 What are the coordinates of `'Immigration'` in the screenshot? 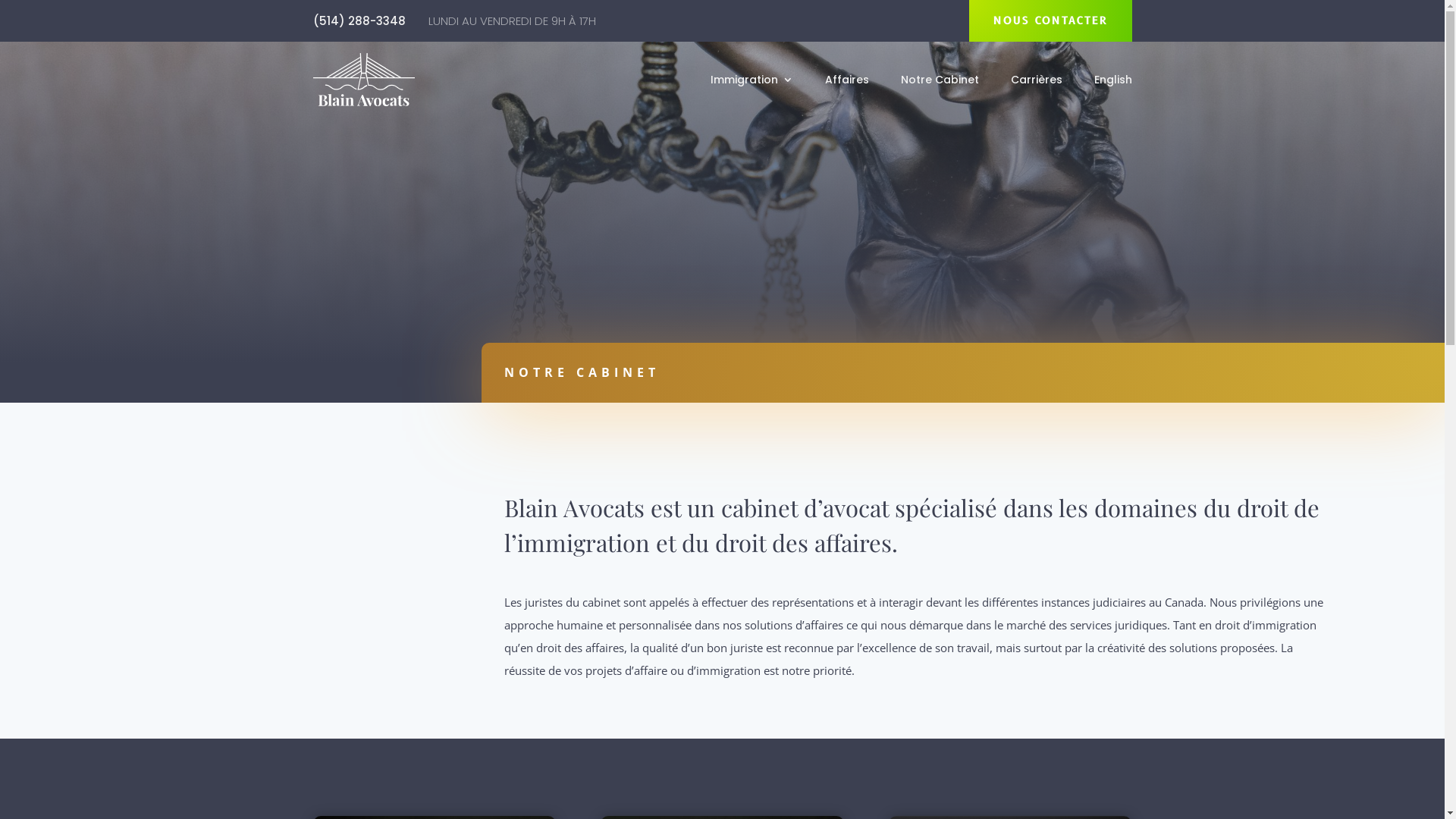 It's located at (751, 82).